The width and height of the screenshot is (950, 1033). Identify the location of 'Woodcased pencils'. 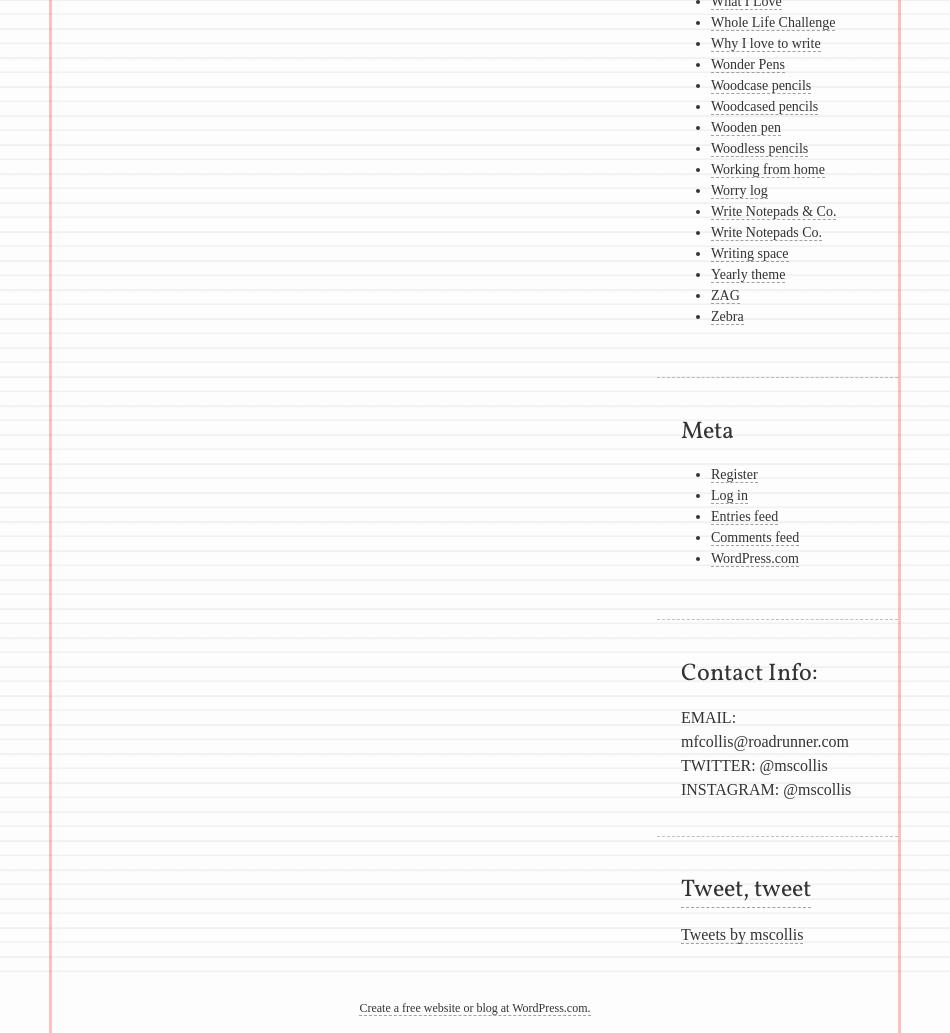
(762, 106).